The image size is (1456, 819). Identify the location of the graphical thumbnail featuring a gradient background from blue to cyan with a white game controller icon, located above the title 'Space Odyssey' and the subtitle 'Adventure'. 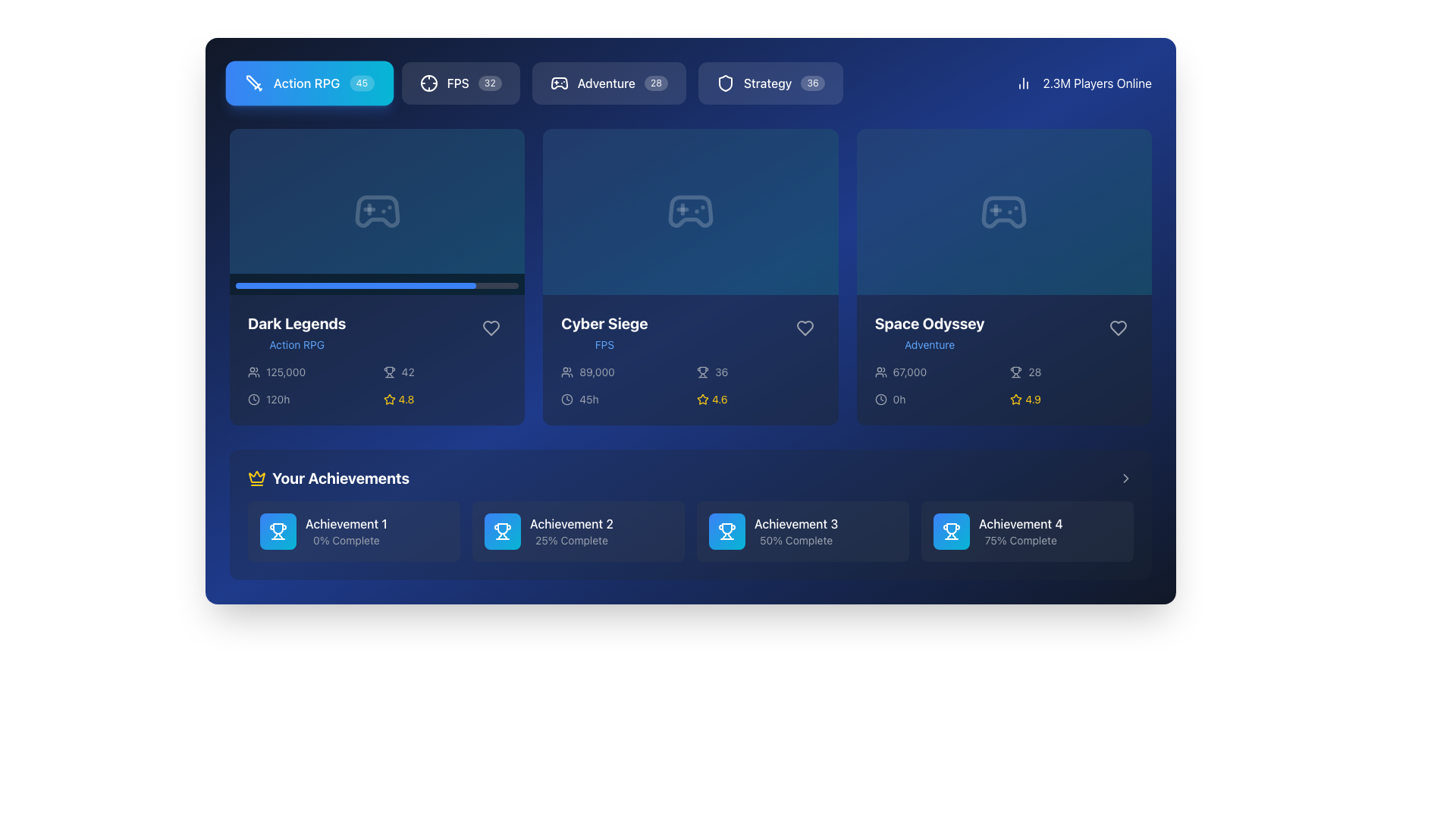
(1004, 212).